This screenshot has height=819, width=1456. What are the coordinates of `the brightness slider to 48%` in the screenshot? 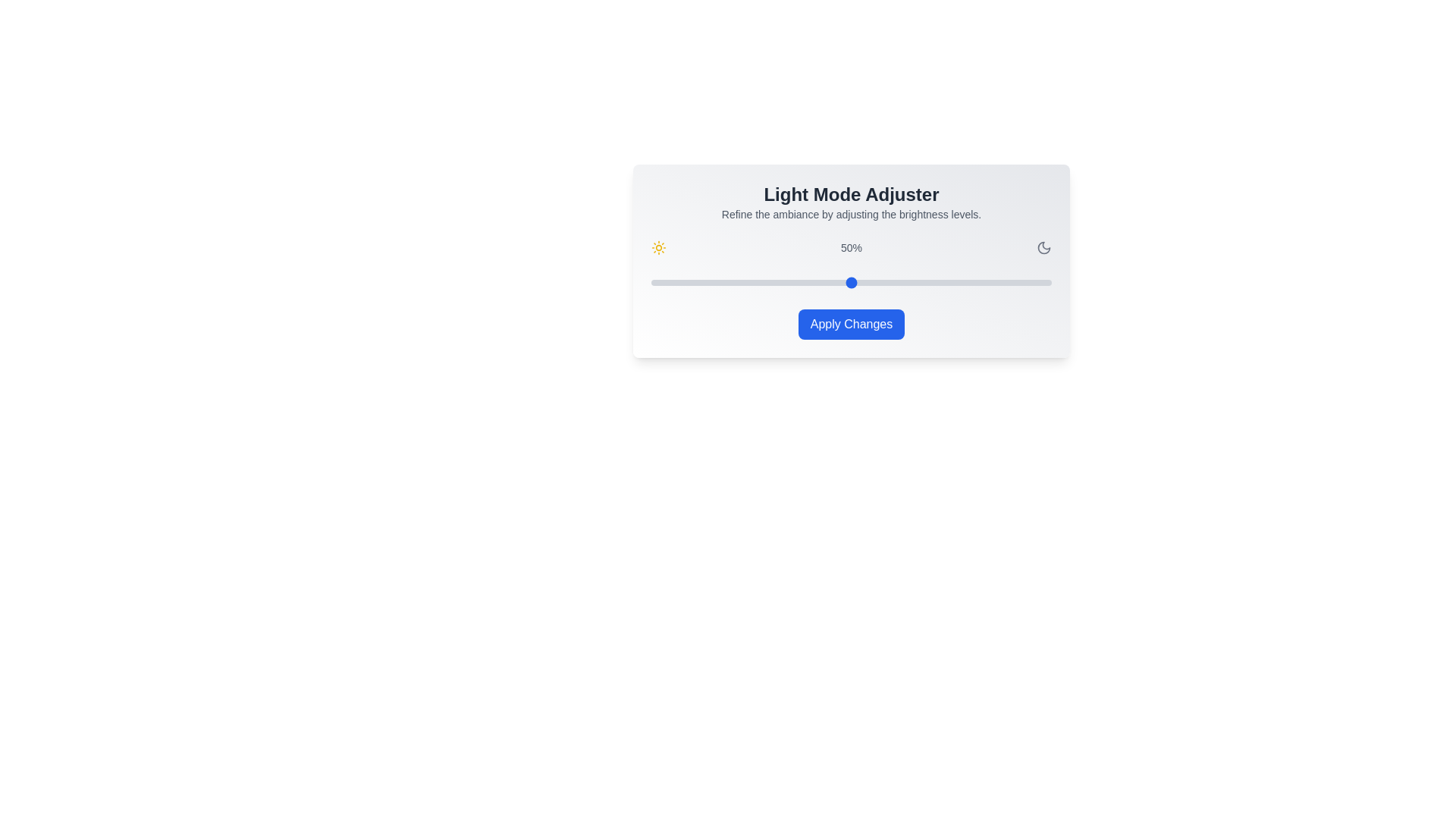 It's located at (843, 283).